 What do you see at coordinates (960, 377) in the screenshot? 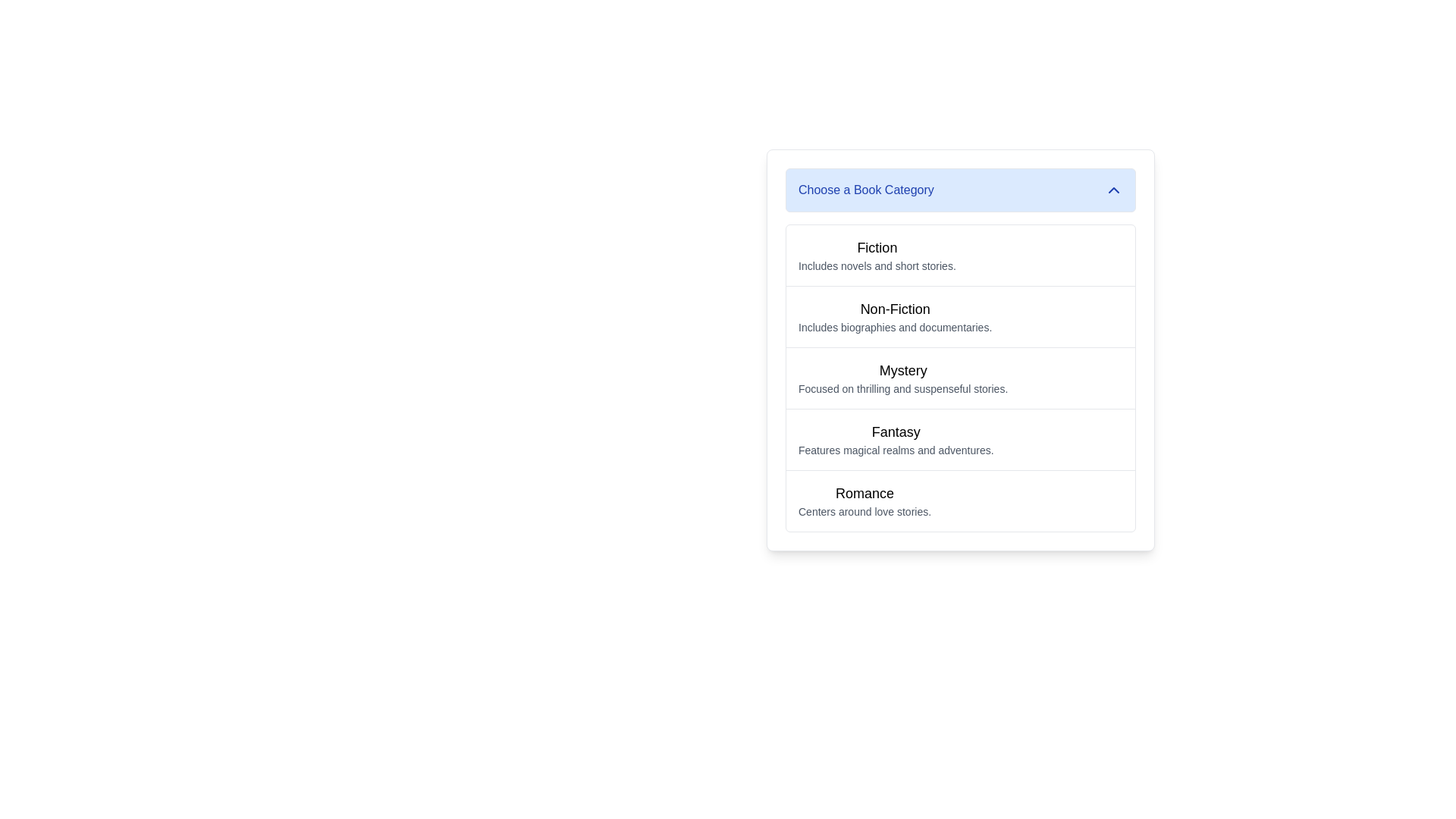
I see `the third entry in the vertical list of book categories, which includes Fiction, Non-Fiction, Mystery, Fantasy, and Romance, to trigger potential effects` at bounding box center [960, 377].